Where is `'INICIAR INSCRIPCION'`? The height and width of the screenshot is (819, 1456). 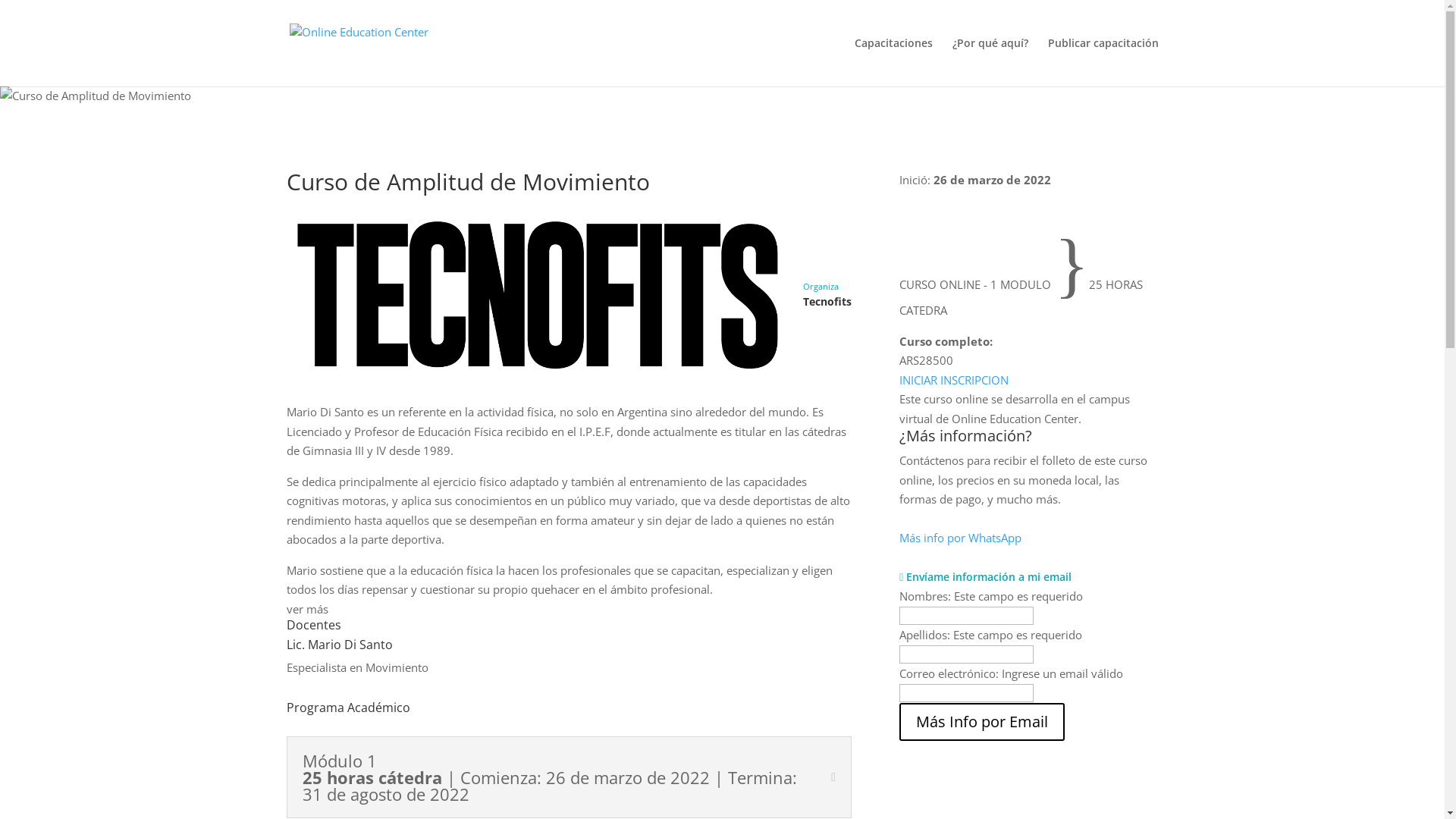
'INICIAR INSCRIPCION' is located at coordinates (899, 378).